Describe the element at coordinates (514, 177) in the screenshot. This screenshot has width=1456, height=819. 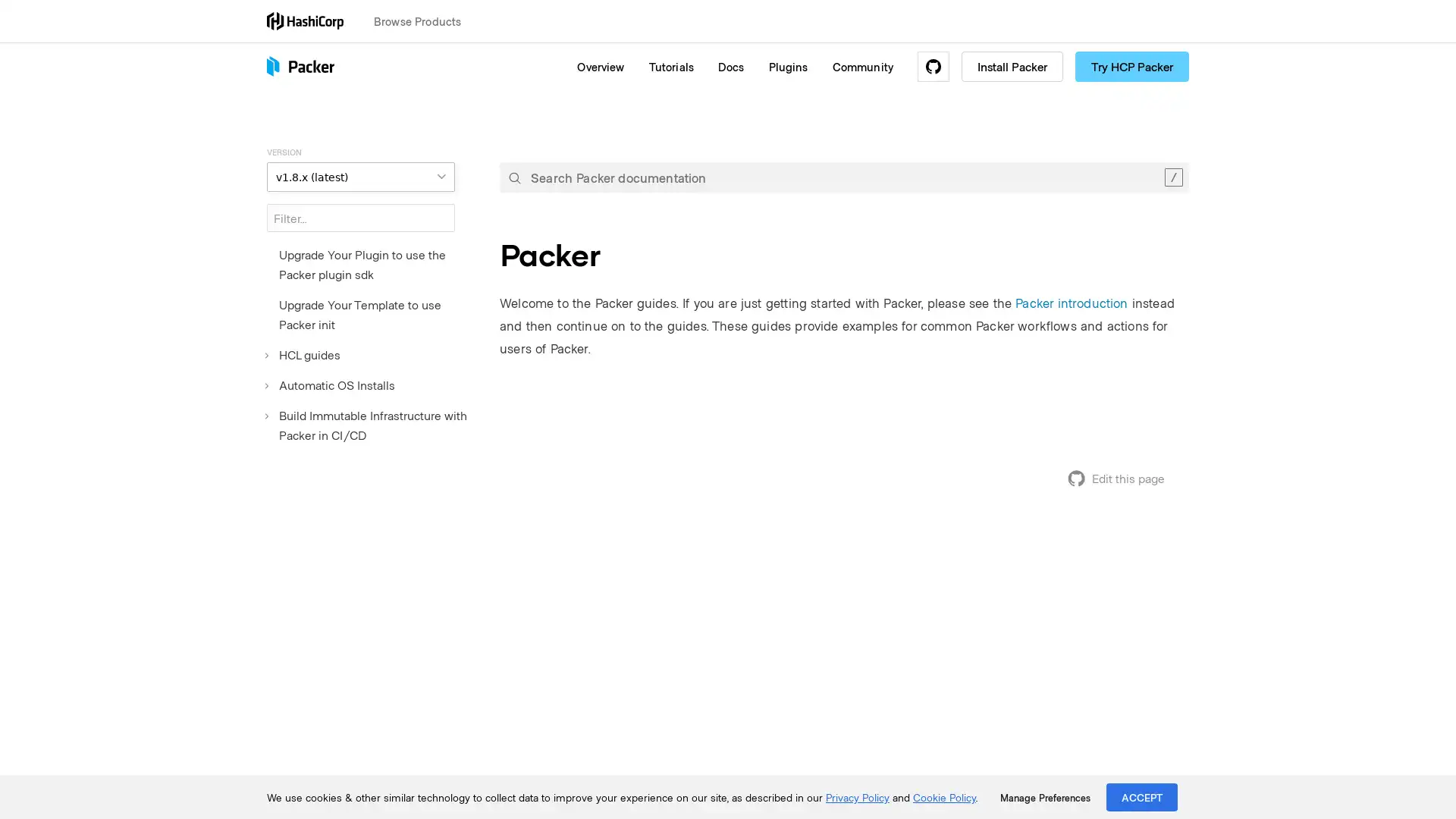
I see `Submit your search query.` at that location.